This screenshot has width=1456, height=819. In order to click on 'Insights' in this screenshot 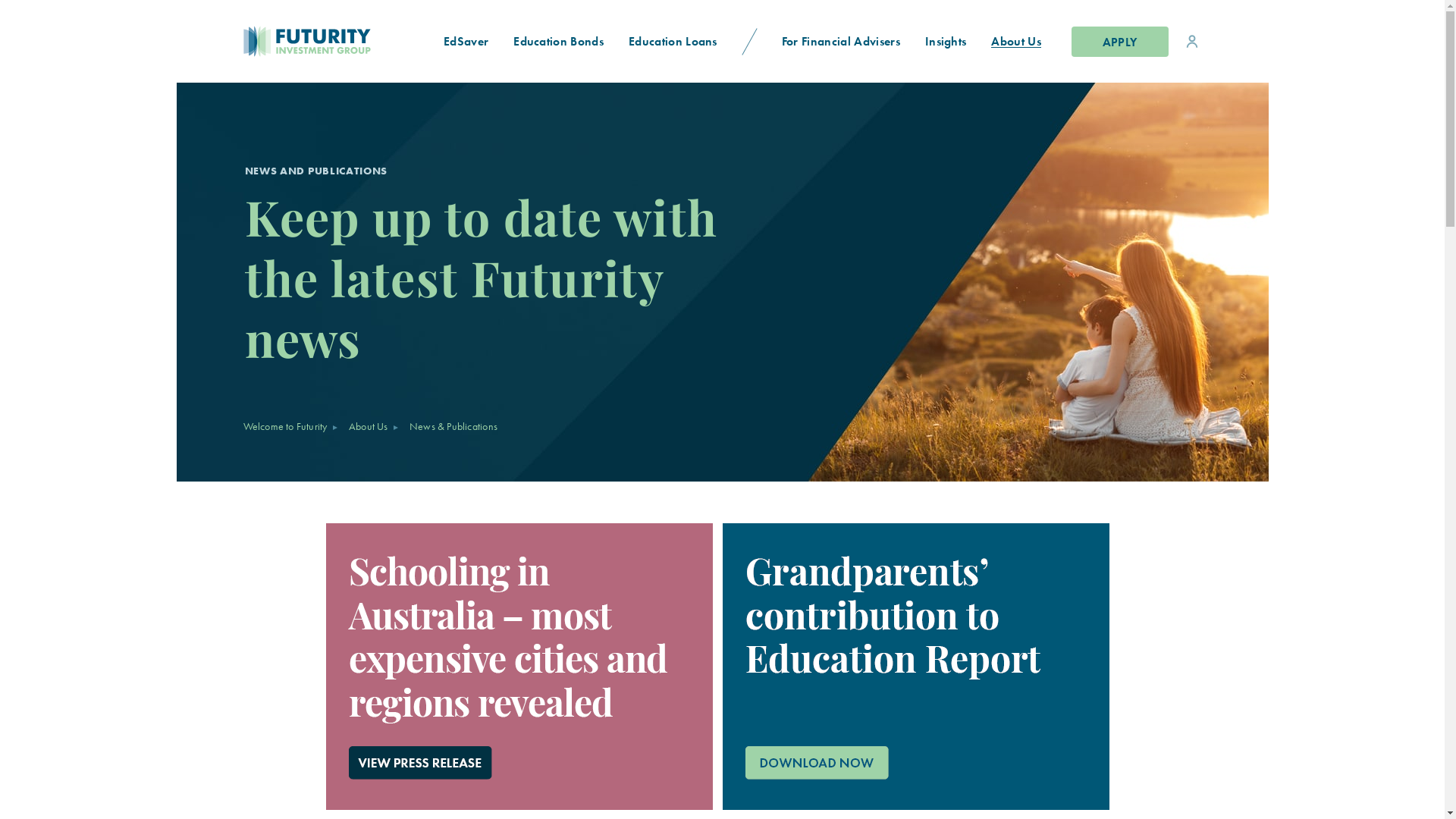, I will do `click(945, 40)`.